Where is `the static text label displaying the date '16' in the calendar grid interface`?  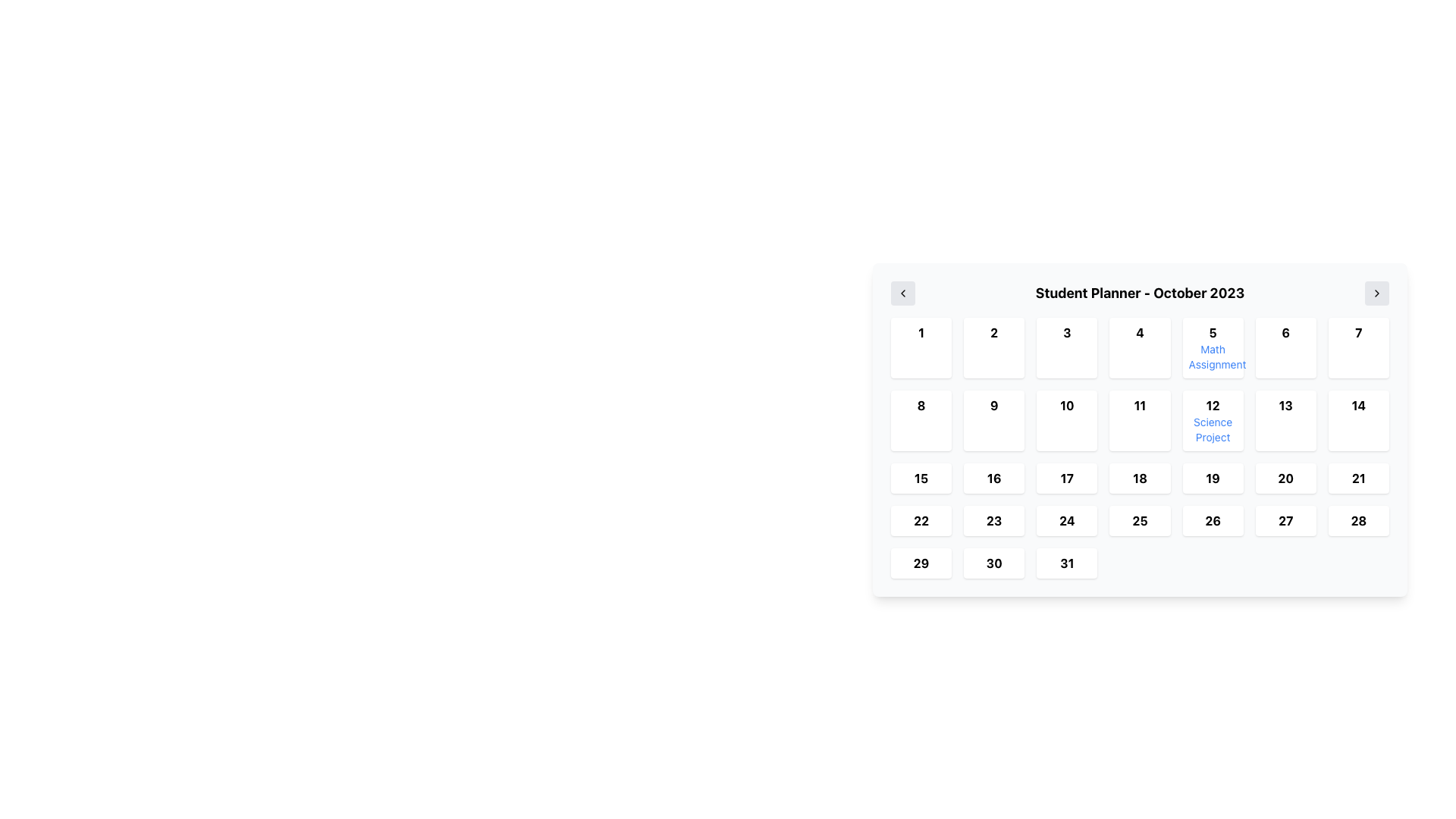
the static text label displaying the date '16' in the calendar grid interface is located at coordinates (994, 479).